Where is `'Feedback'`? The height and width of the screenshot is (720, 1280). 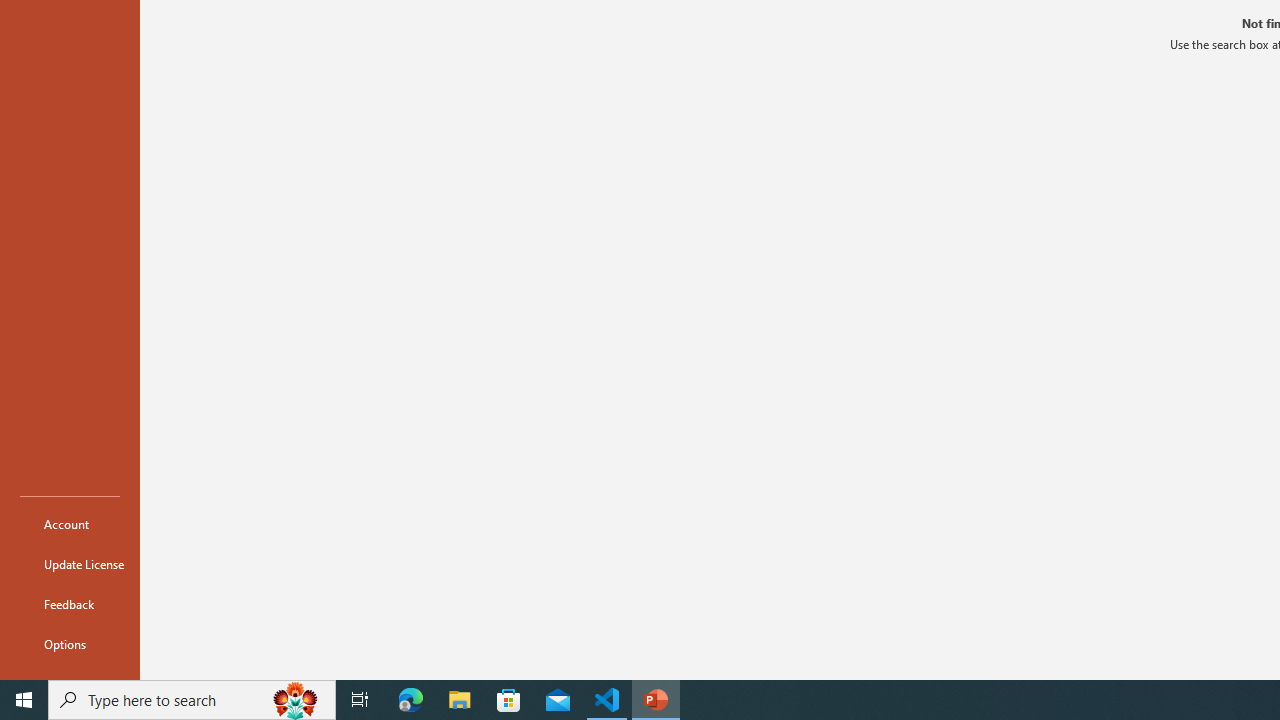
'Feedback' is located at coordinates (69, 603).